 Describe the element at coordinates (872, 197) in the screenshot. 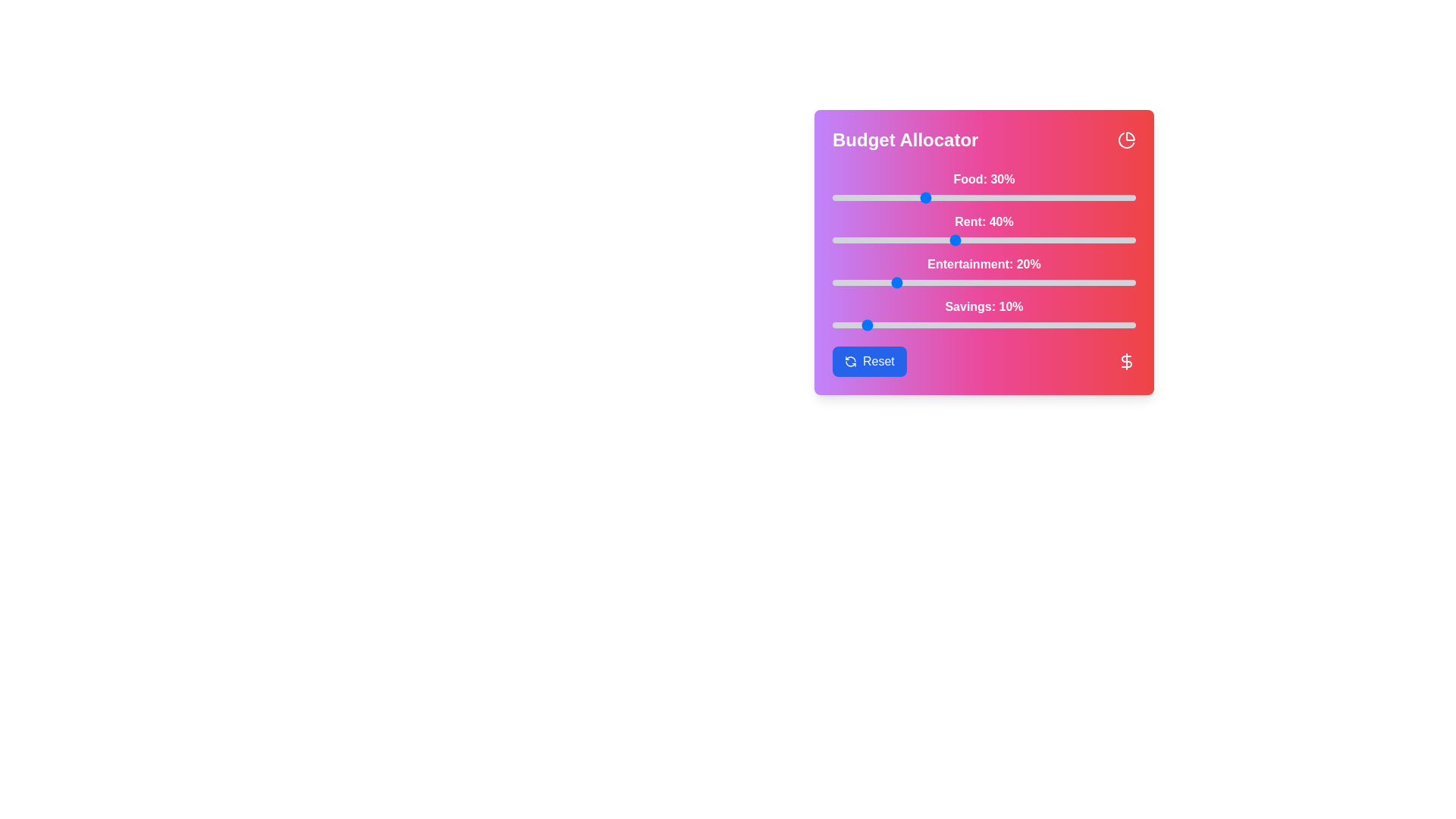

I see `the 'Food' budget slider` at that location.